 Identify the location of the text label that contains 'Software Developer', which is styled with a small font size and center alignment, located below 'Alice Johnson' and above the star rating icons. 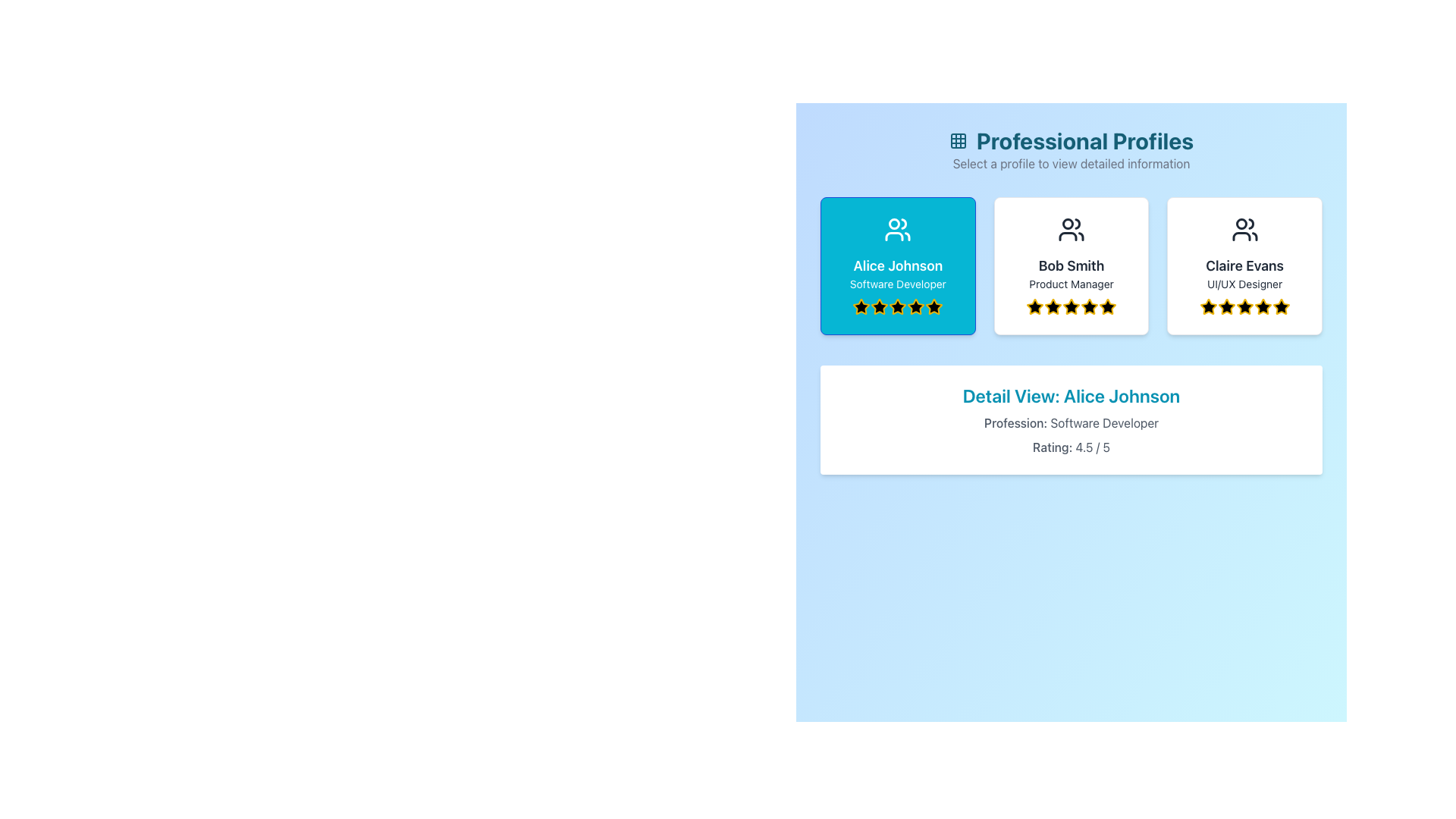
(898, 284).